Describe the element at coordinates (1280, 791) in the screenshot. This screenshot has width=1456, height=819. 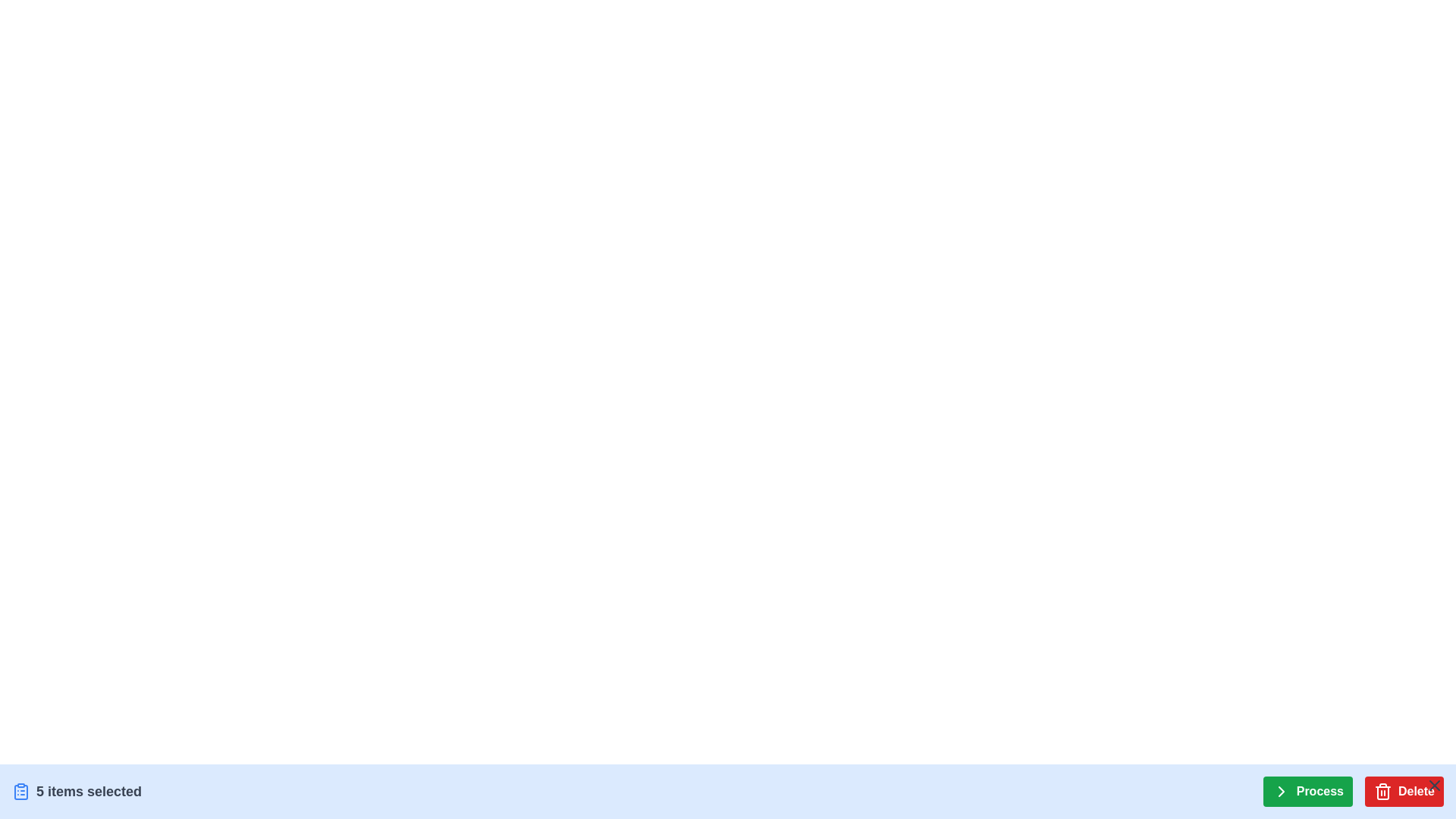
I see `the rightward chevron SVG icon which is positioned to the left of the 'Process' and 'Delete' buttons` at that location.